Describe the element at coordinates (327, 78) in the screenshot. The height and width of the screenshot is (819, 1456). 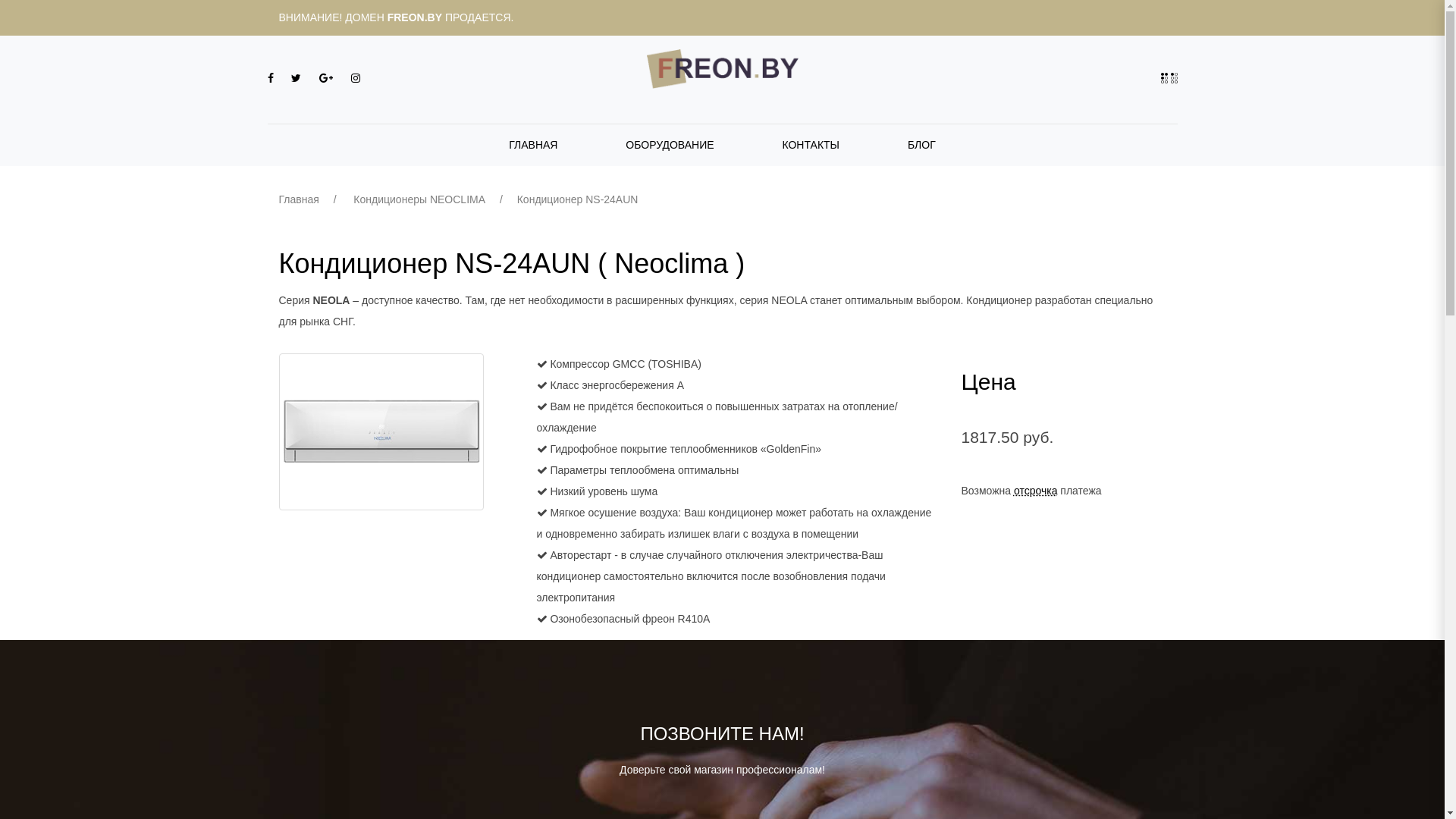
I see `'Google+'` at that location.